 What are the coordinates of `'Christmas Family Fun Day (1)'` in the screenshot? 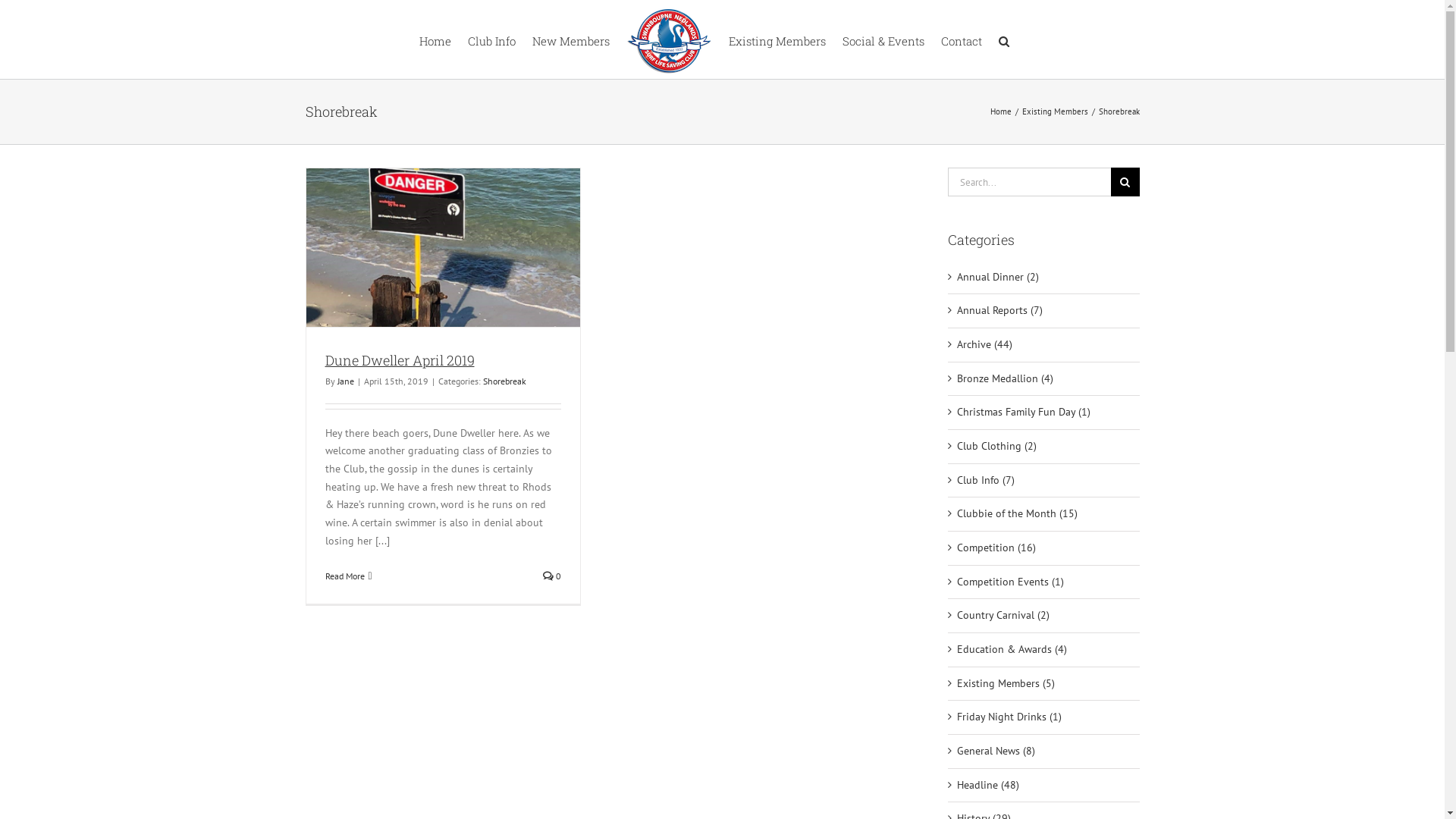 It's located at (1043, 412).